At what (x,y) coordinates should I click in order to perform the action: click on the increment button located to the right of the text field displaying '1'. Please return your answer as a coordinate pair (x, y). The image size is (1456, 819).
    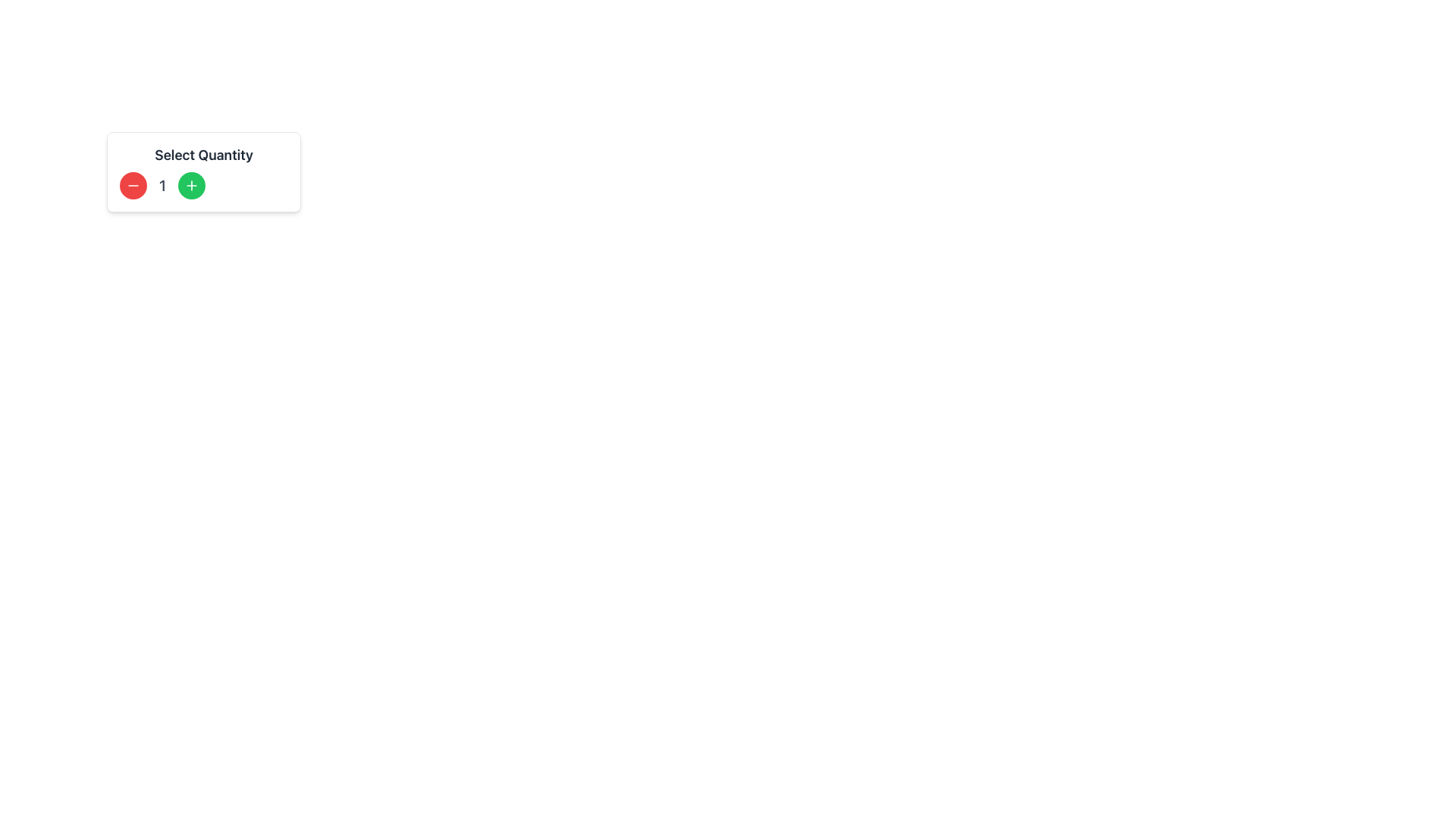
    Looking at the image, I should click on (202, 185).